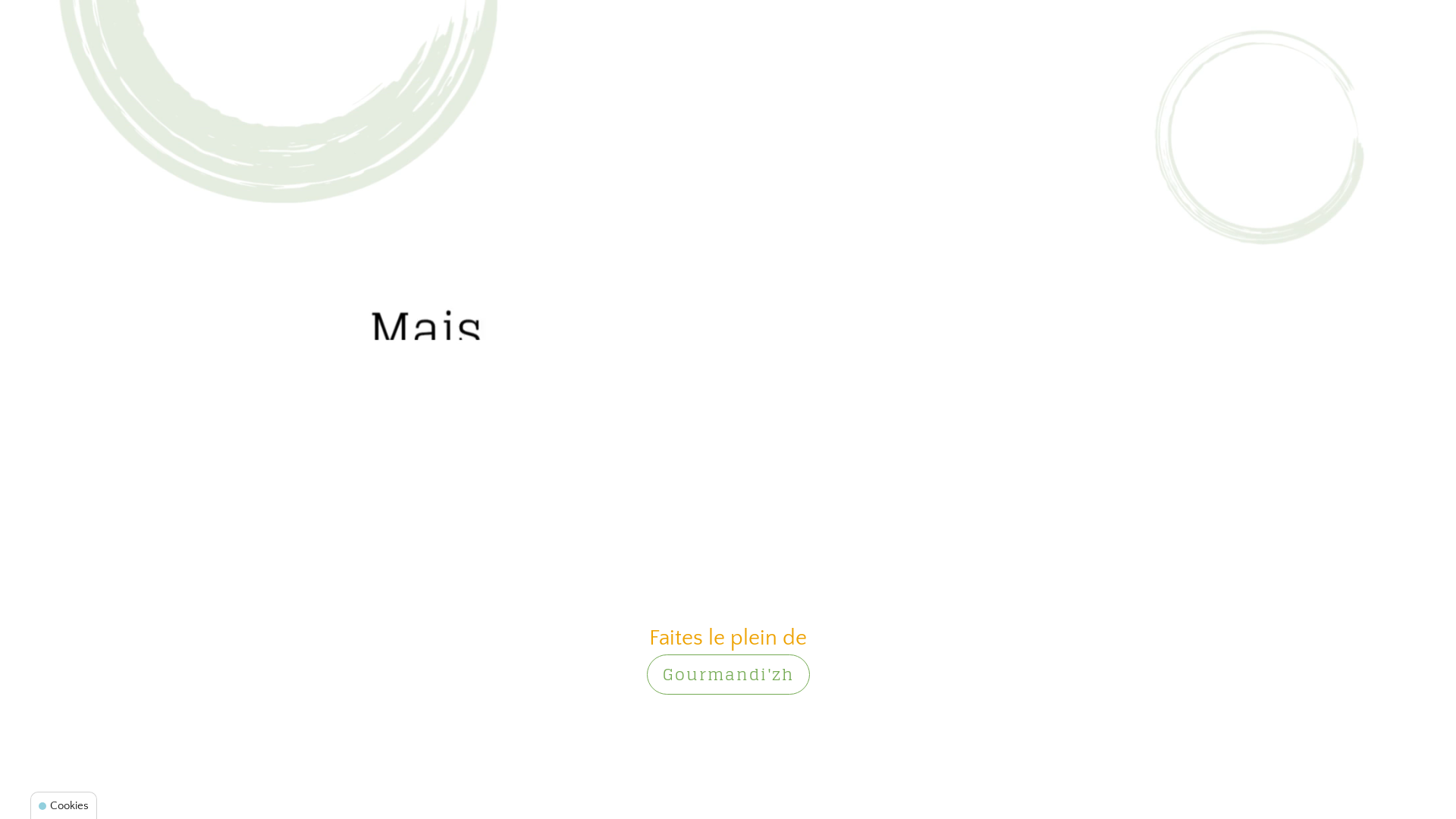 This screenshot has width=1456, height=819. What do you see at coordinates (726, 673) in the screenshot?
I see `'Gourmandi'zh'` at bounding box center [726, 673].